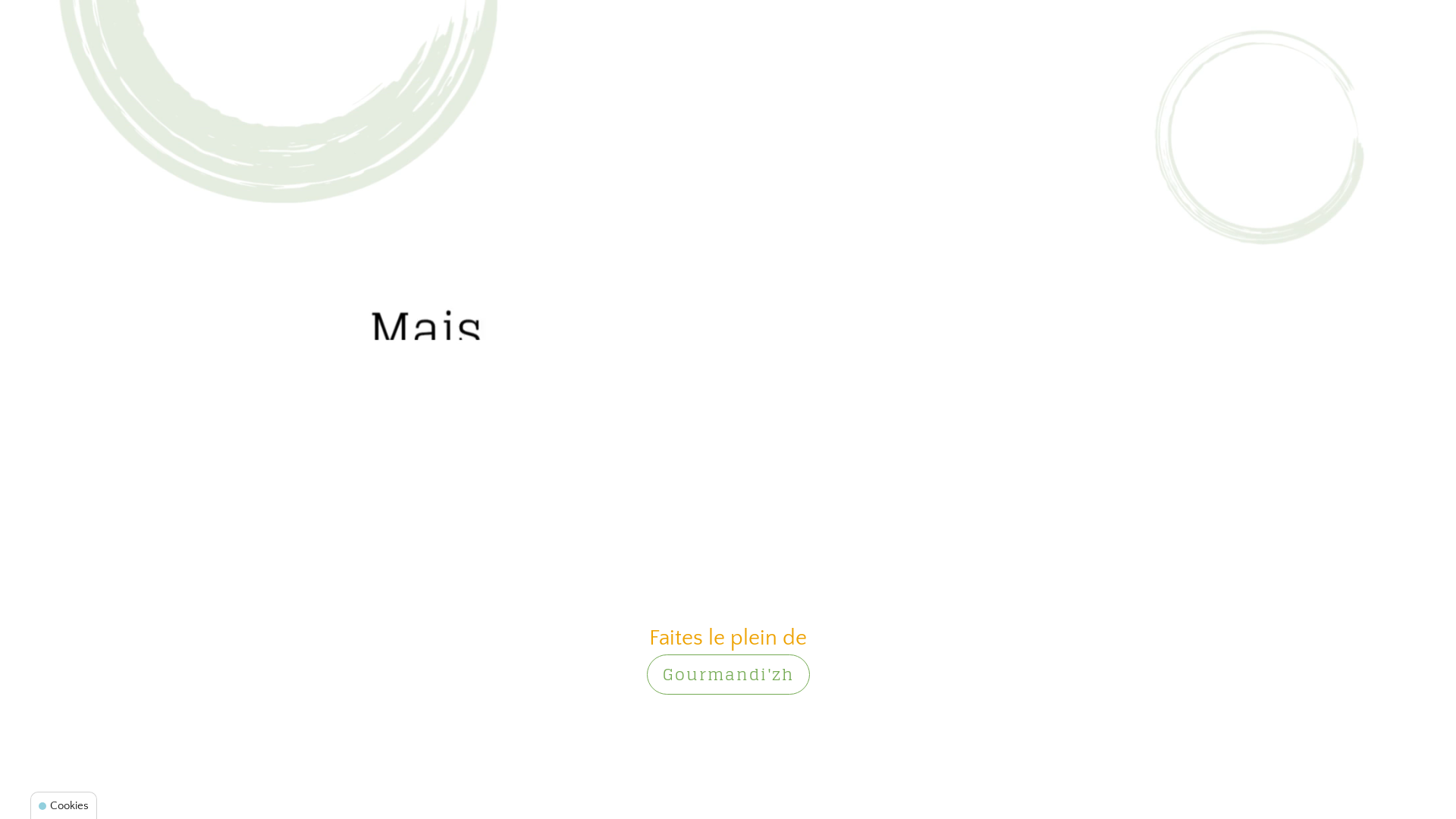 This screenshot has width=1456, height=819. What do you see at coordinates (726, 673) in the screenshot?
I see `'Gourmandi'zh'` at bounding box center [726, 673].